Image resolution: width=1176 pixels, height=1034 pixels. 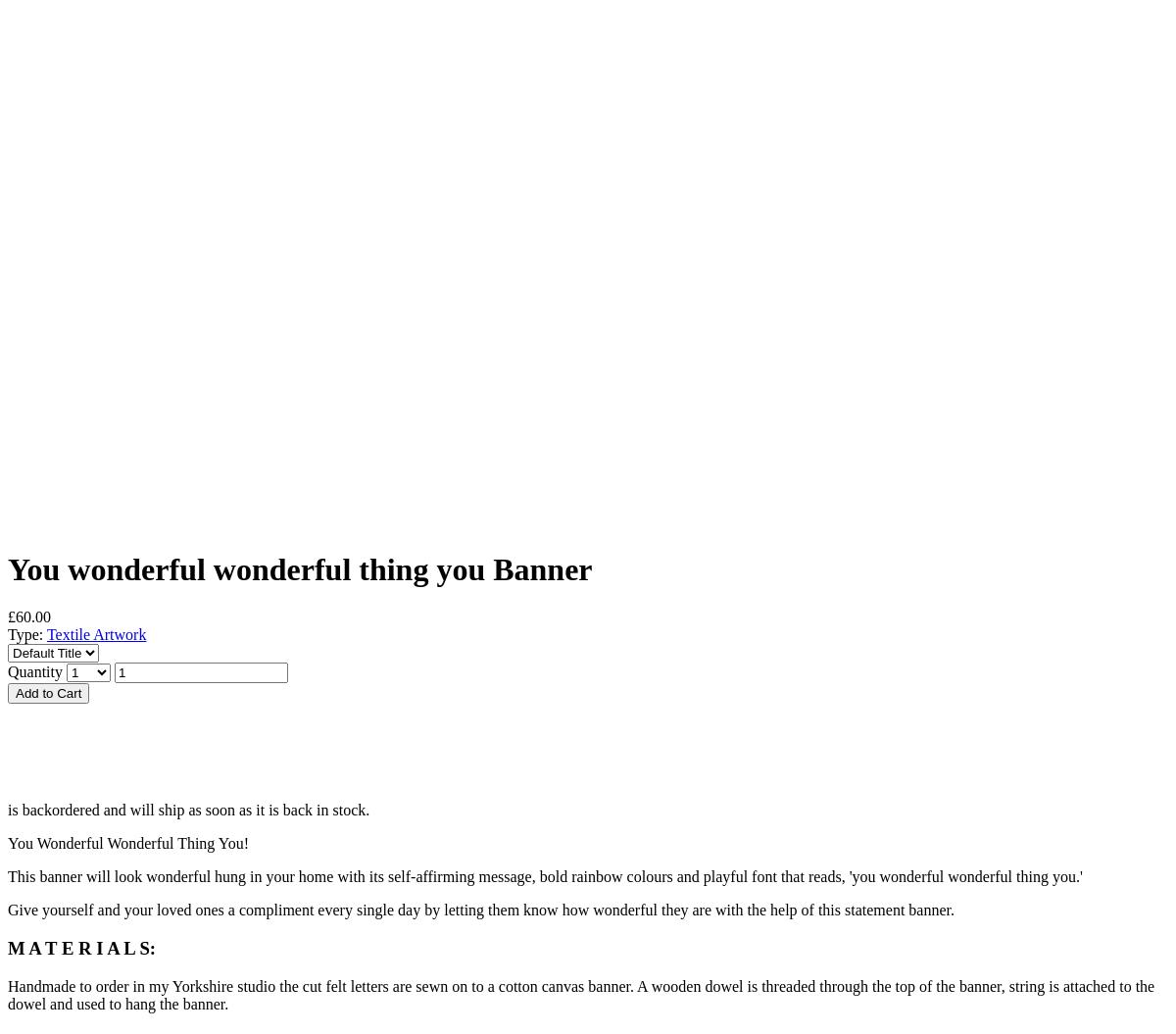 I want to click on 'is backordered and will ship as soon as it is back in stock.', so click(x=187, y=810).